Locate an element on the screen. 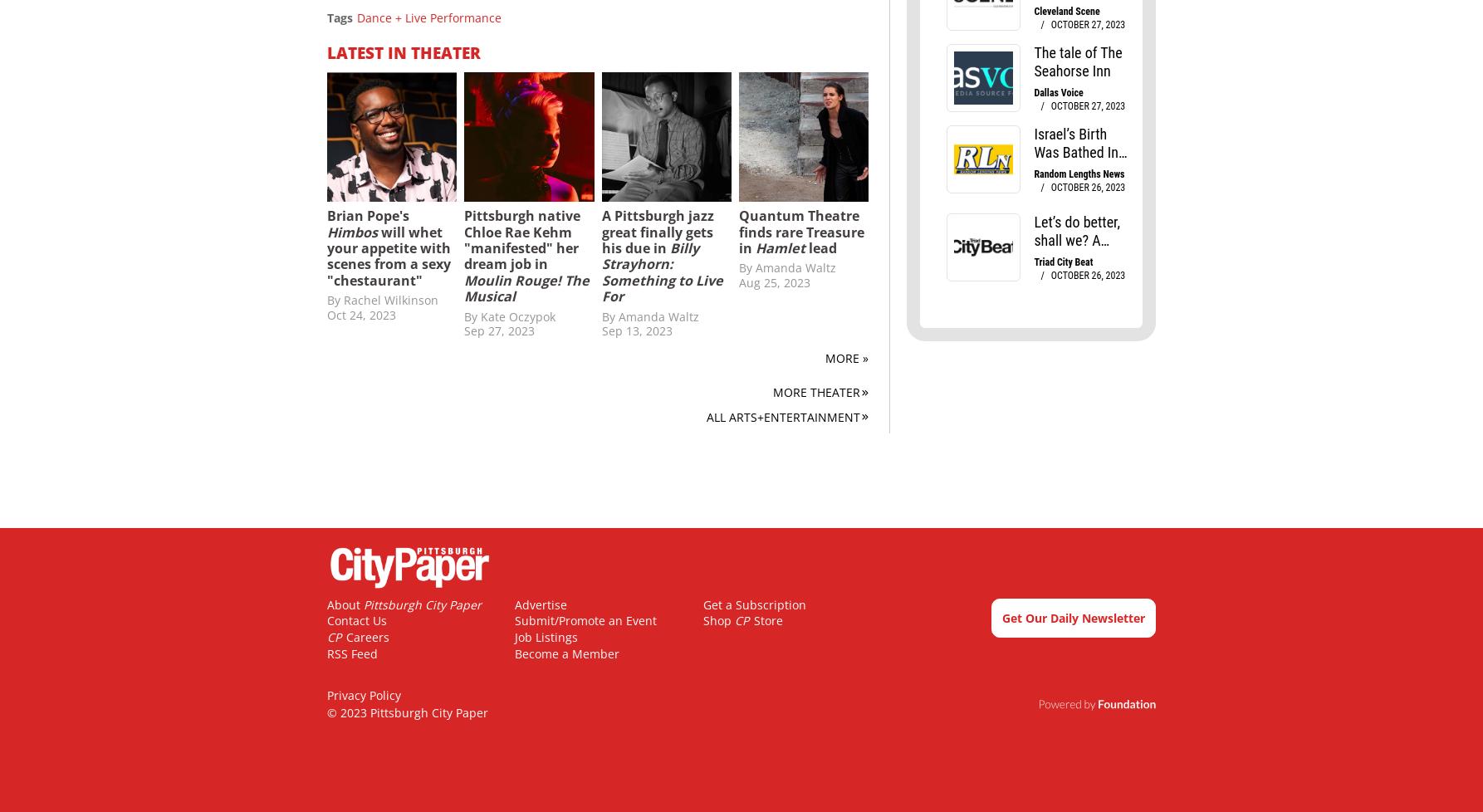 This screenshot has height=812, width=1483. 'By Kate Oczypok' is located at coordinates (463, 315).